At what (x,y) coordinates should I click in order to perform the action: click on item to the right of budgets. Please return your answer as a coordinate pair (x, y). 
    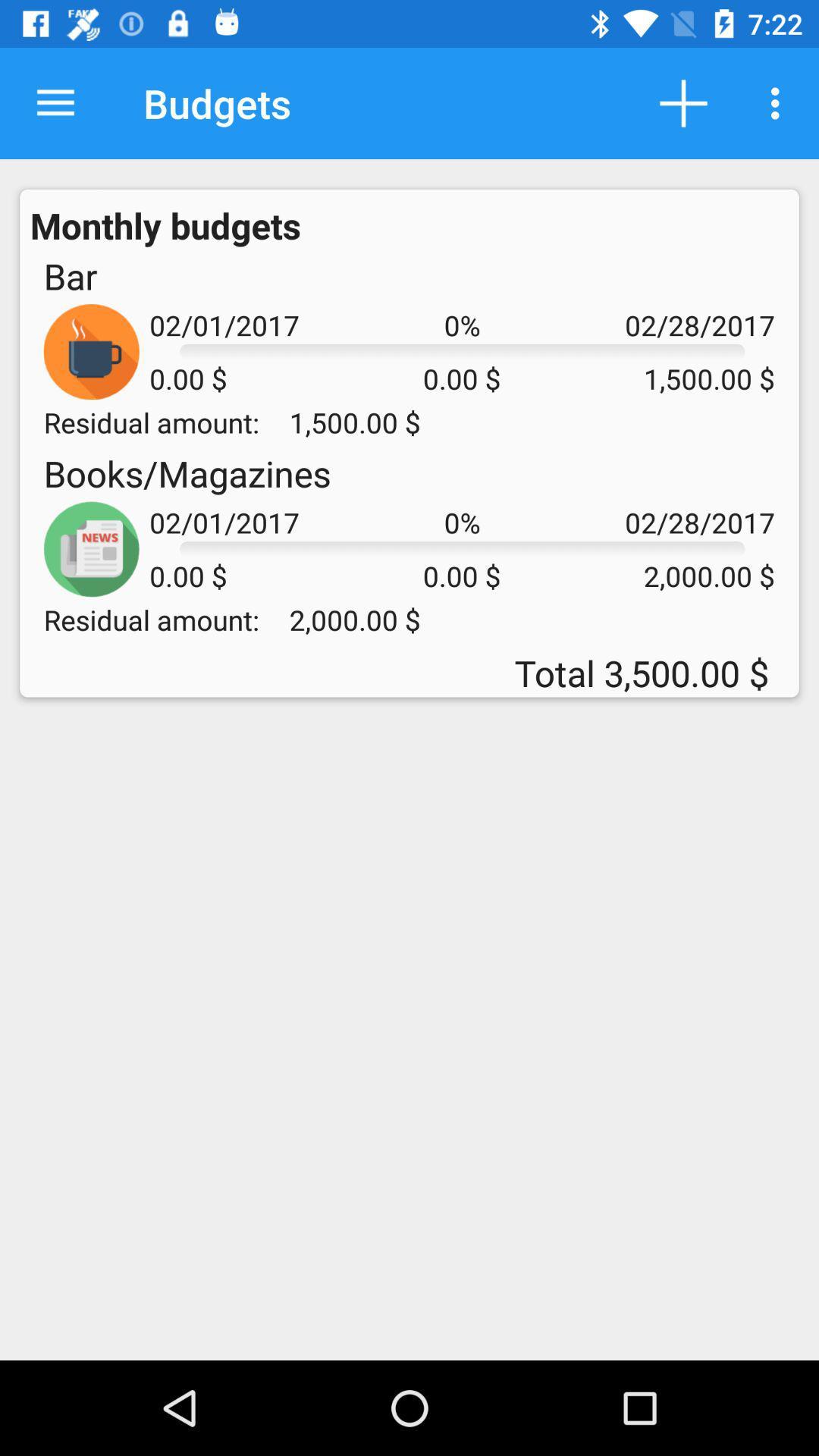
    Looking at the image, I should click on (683, 102).